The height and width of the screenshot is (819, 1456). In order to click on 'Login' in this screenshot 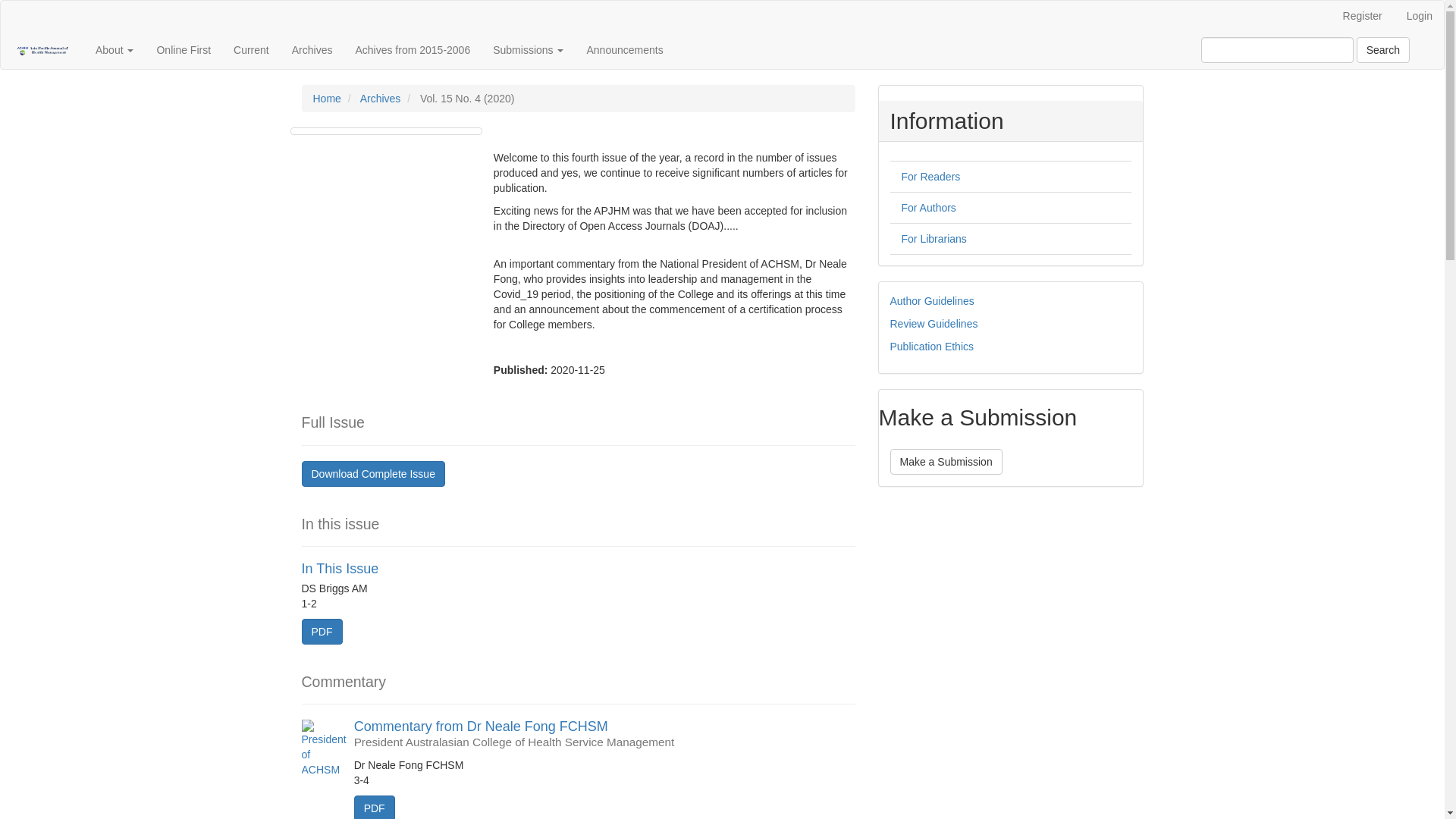, I will do `click(1419, 15)`.